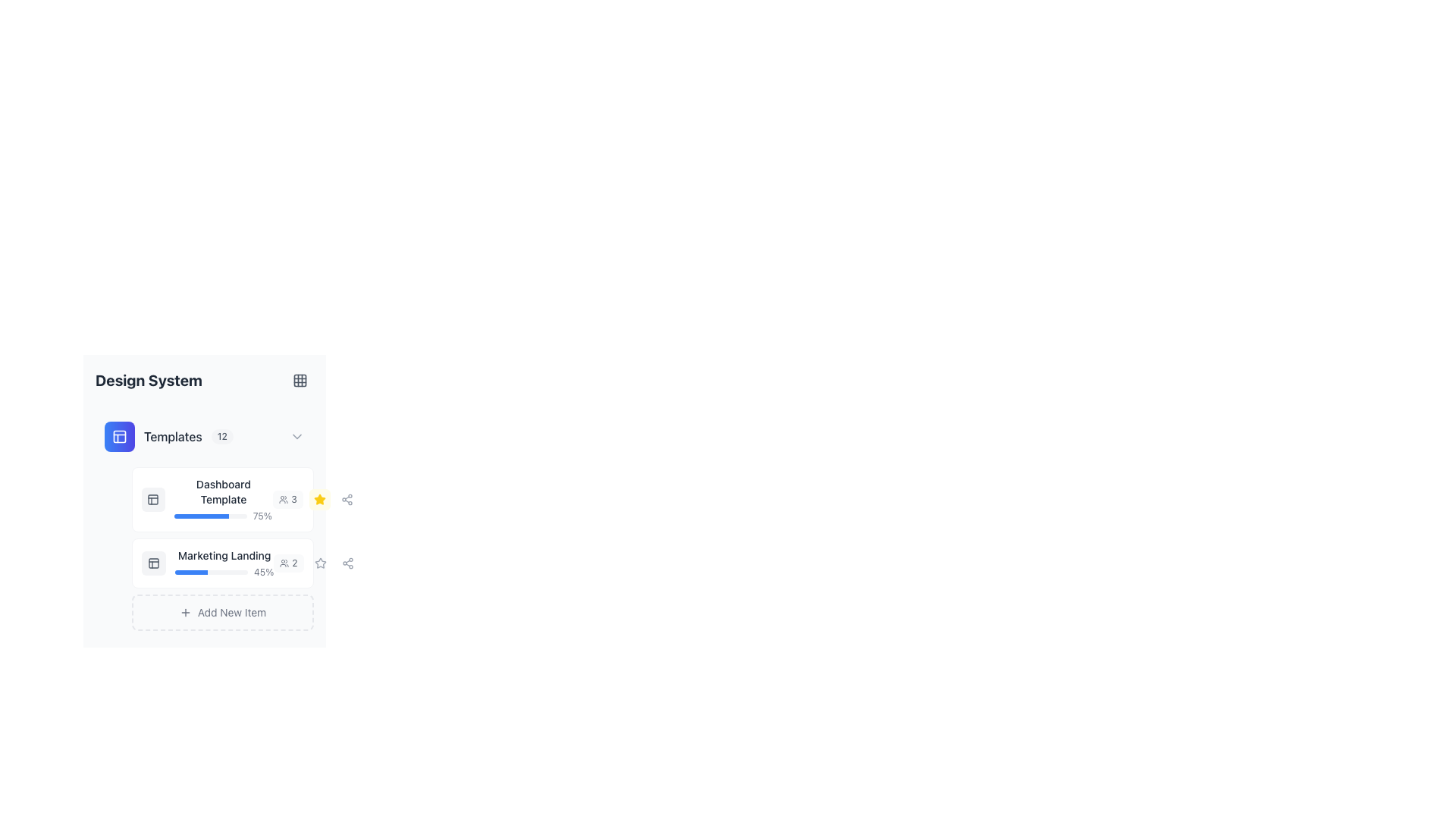 This screenshot has height=819, width=1456. What do you see at coordinates (221, 436) in the screenshot?
I see `the count displayed on the small, rounded badge with the text '12', which has a light grayish background and darker gray text, positioned to the right of the 'Templates' label` at bounding box center [221, 436].